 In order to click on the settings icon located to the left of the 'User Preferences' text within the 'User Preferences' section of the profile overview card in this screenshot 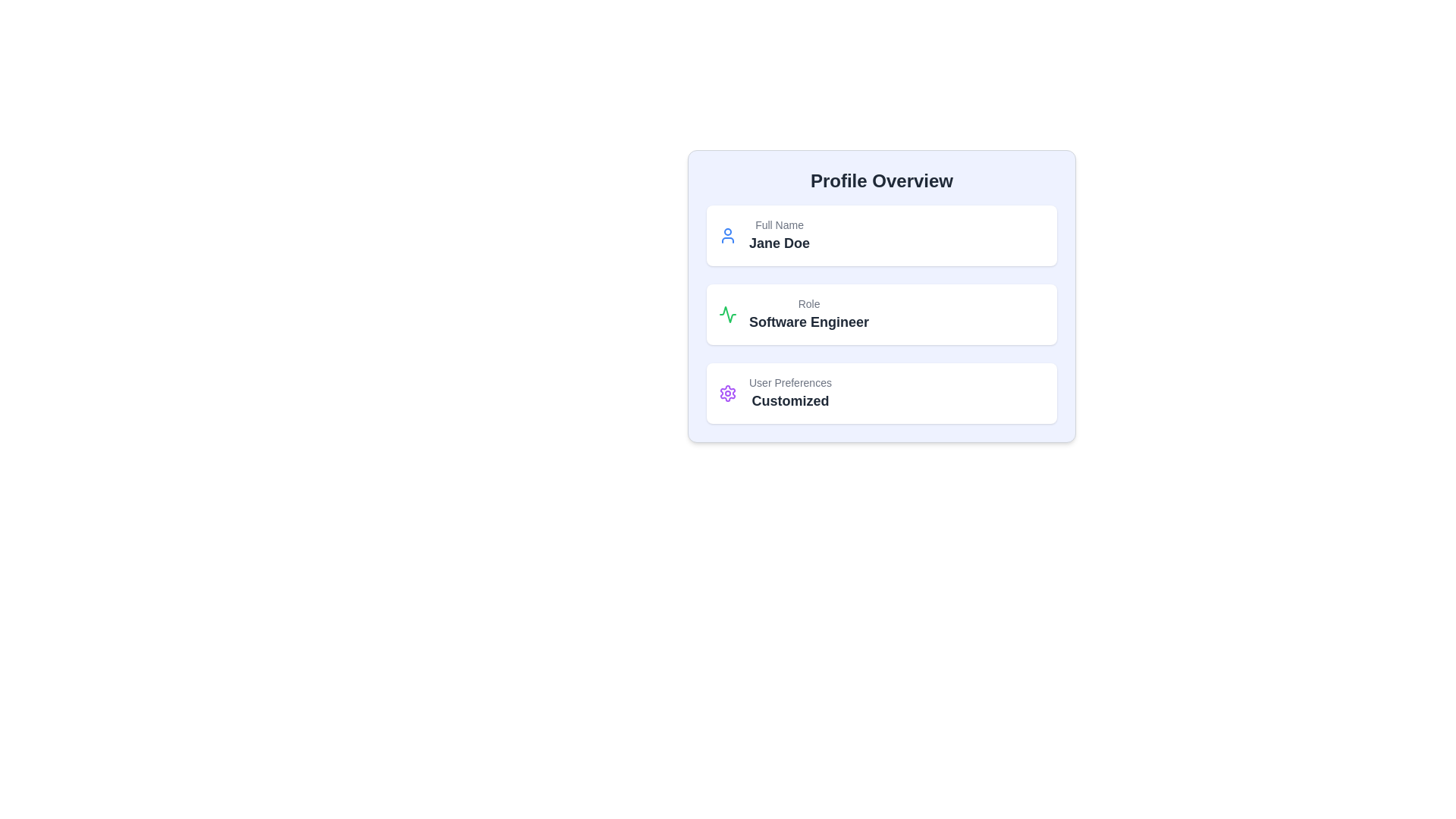, I will do `click(728, 393)`.